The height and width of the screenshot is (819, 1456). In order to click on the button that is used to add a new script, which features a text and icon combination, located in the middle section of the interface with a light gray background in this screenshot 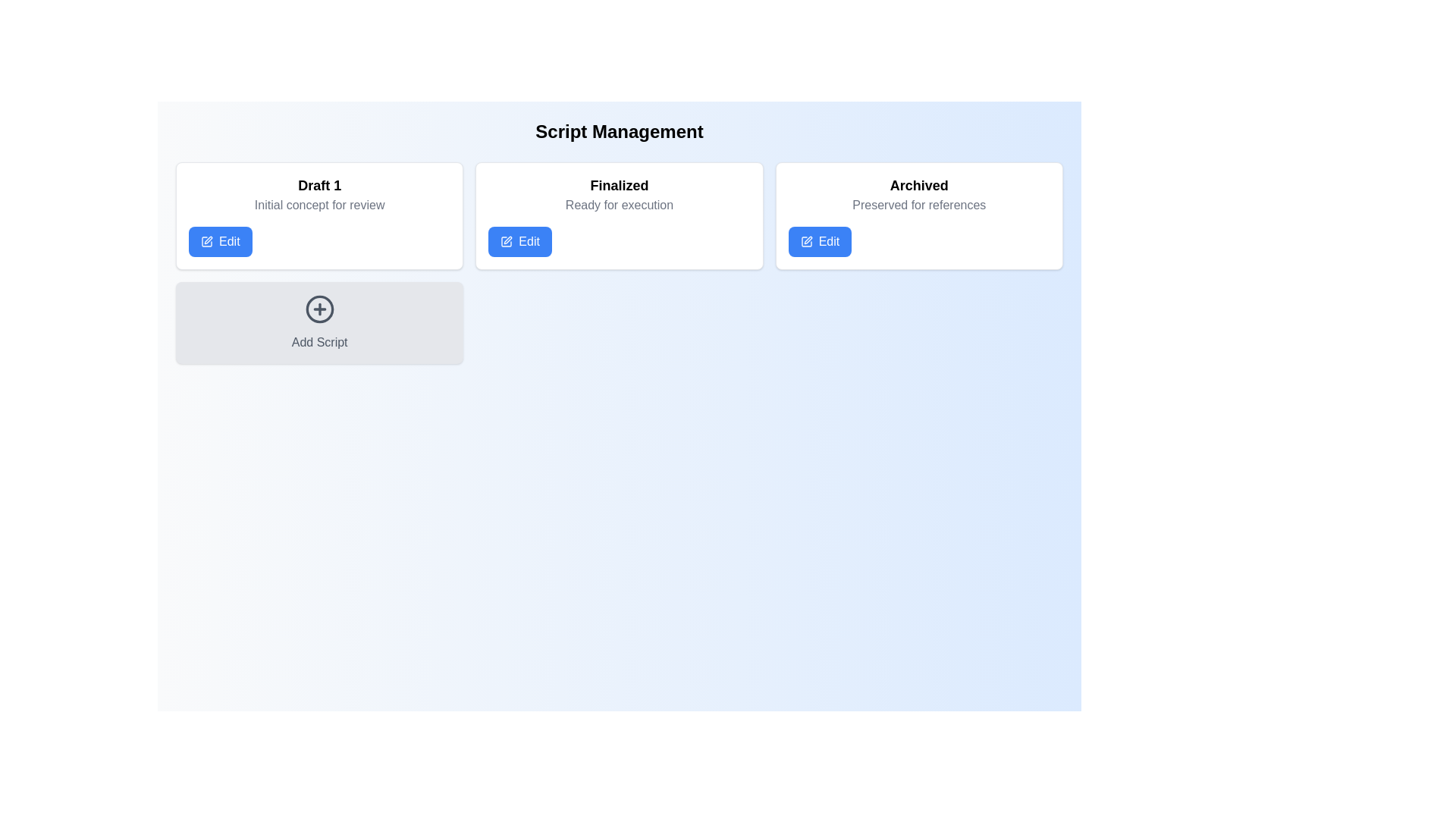, I will do `click(318, 322)`.